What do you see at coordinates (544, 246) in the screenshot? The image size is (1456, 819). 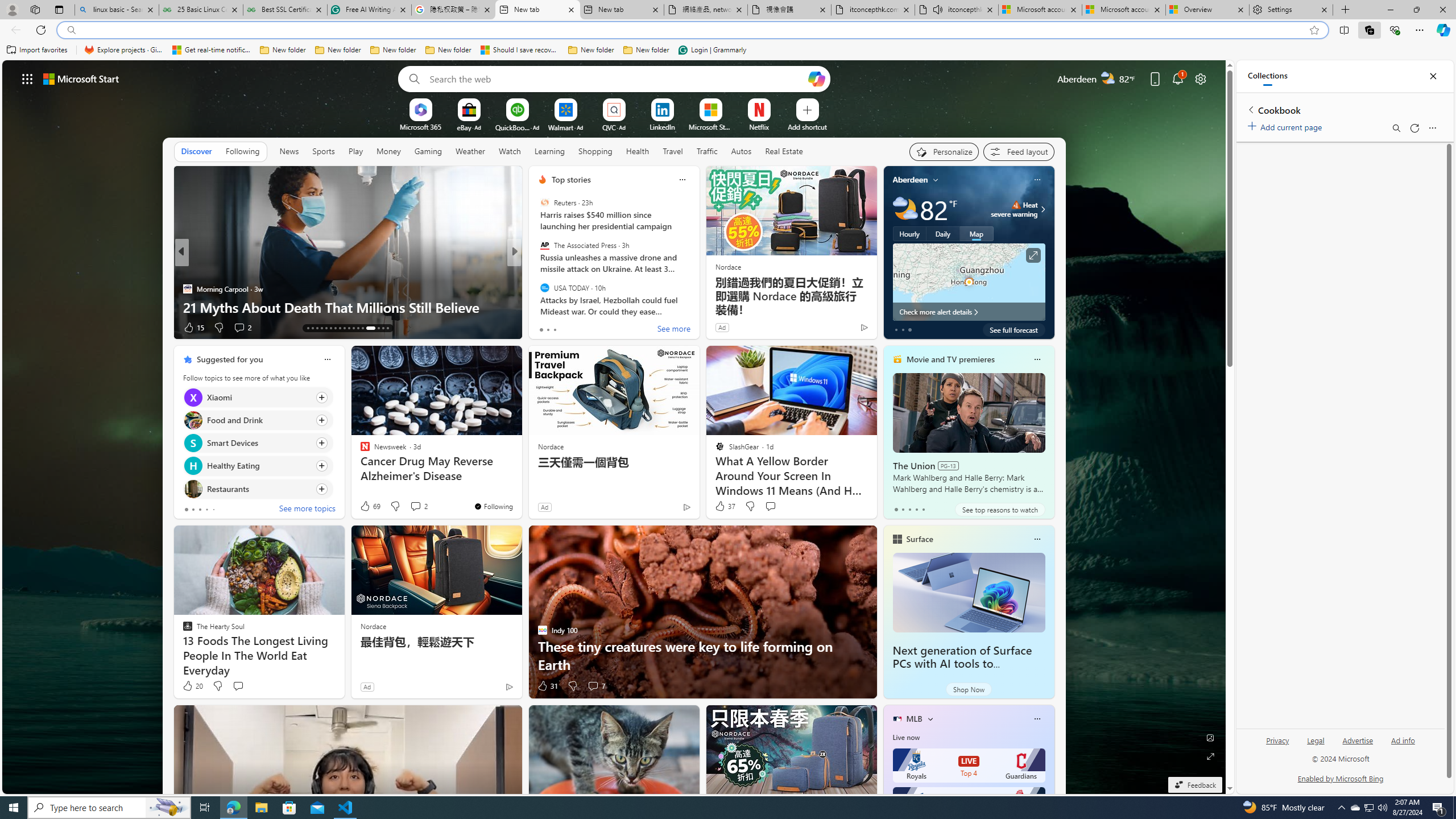 I see `'The Associated Press'` at bounding box center [544, 246].